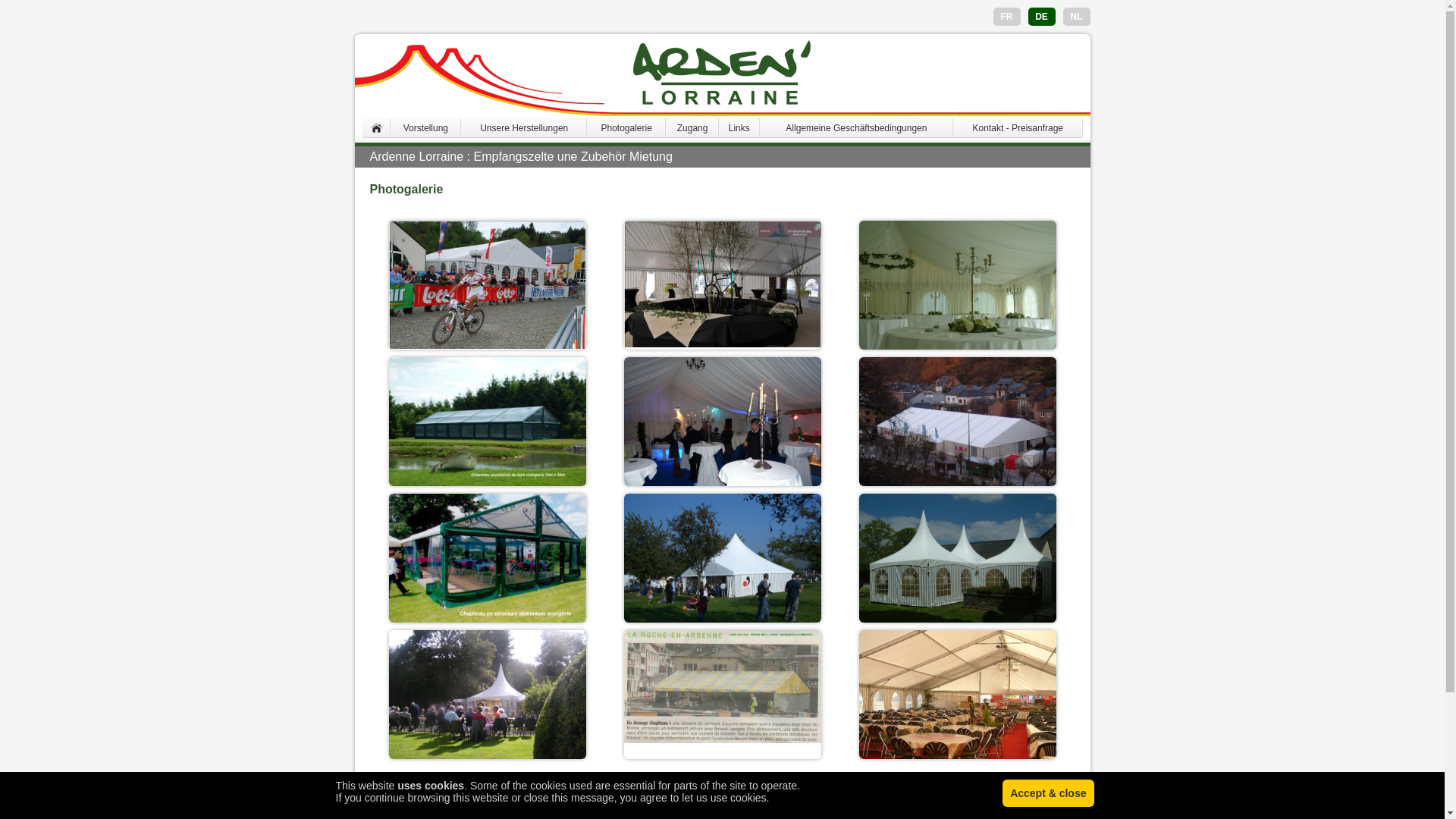  What do you see at coordinates (1040, 17) in the screenshot?
I see `'DE'` at bounding box center [1040, 17].